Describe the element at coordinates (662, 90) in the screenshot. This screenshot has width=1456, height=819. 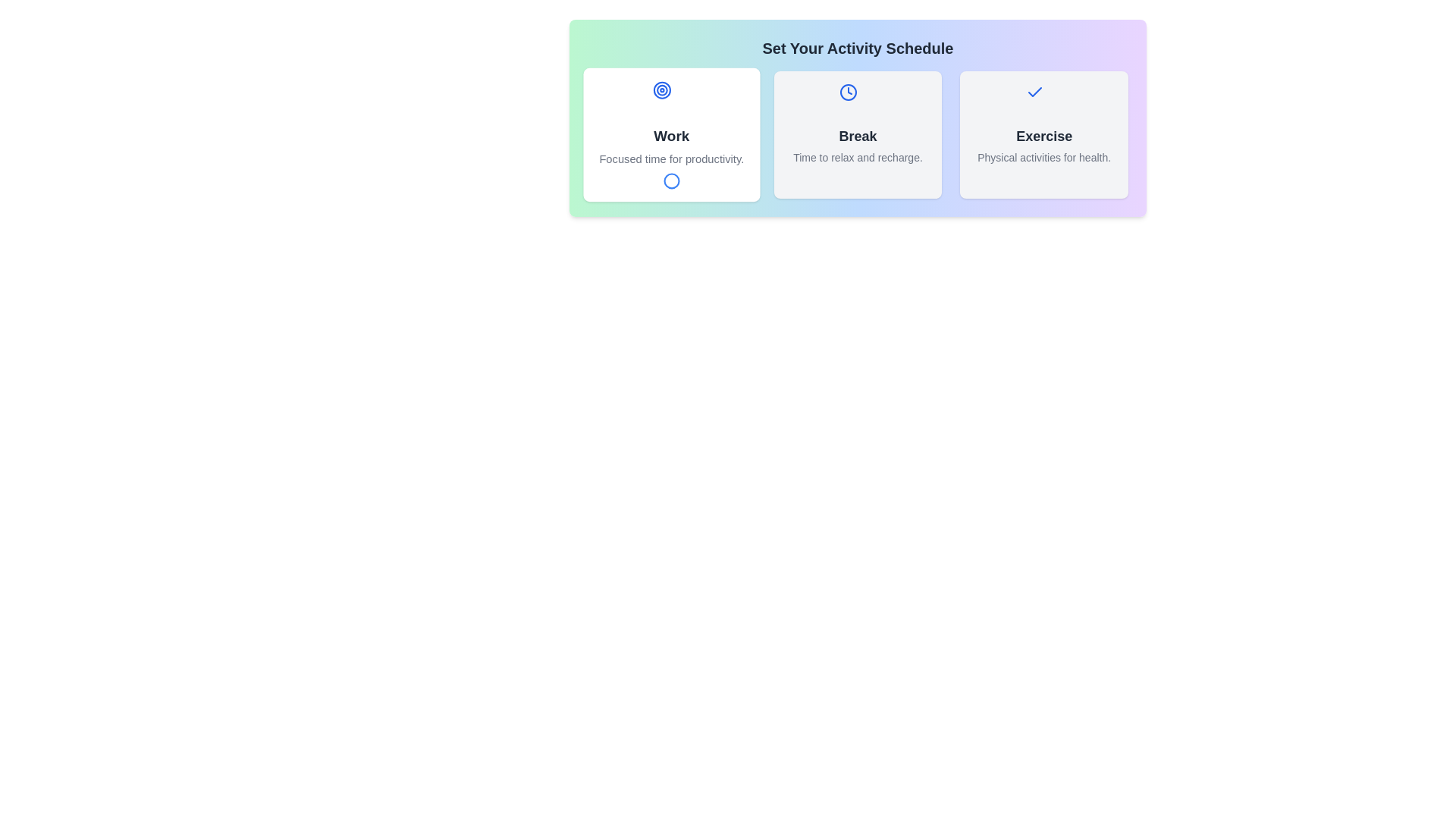
I see `the largest outer circle of the concentric circles in the 'Work' card, which symbolizes focus or targeting` at that location.